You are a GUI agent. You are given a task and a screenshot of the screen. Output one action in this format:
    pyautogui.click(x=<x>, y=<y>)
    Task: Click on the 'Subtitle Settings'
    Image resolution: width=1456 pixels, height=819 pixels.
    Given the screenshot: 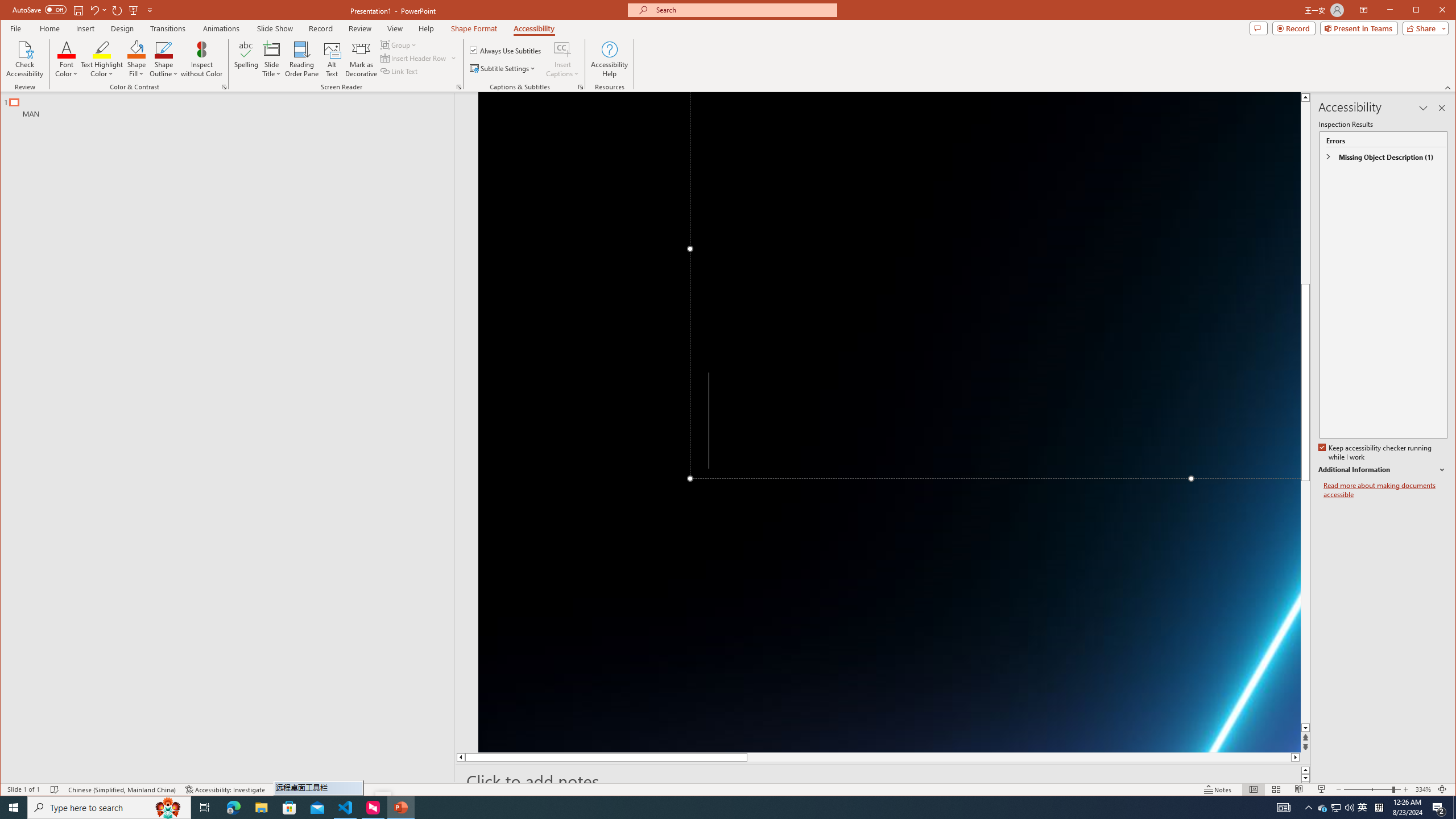 What is the action you would take?
    pyautogui.click(x=503, y=68)
    